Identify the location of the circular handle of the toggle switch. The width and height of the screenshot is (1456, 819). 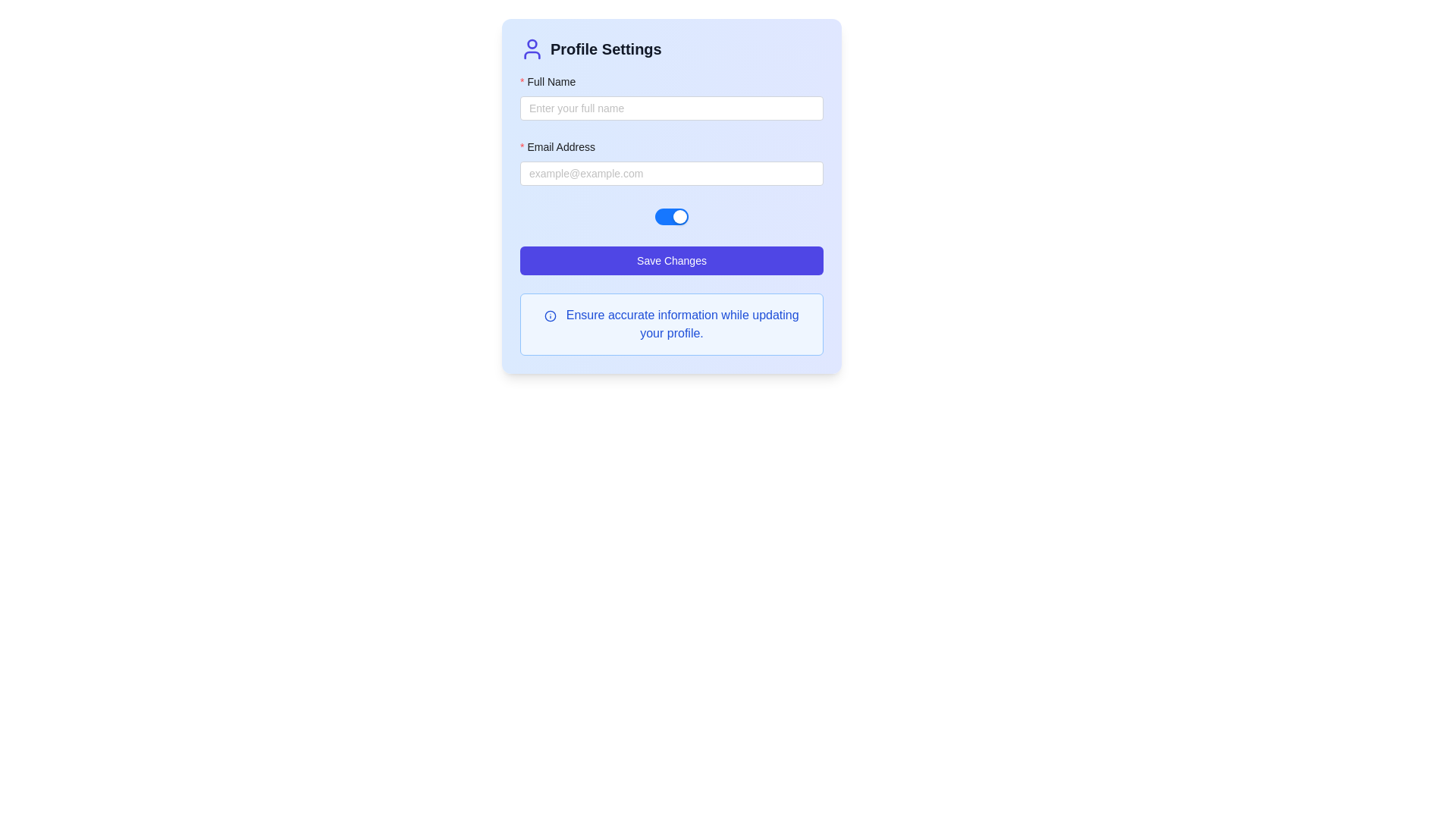
(679, 216).